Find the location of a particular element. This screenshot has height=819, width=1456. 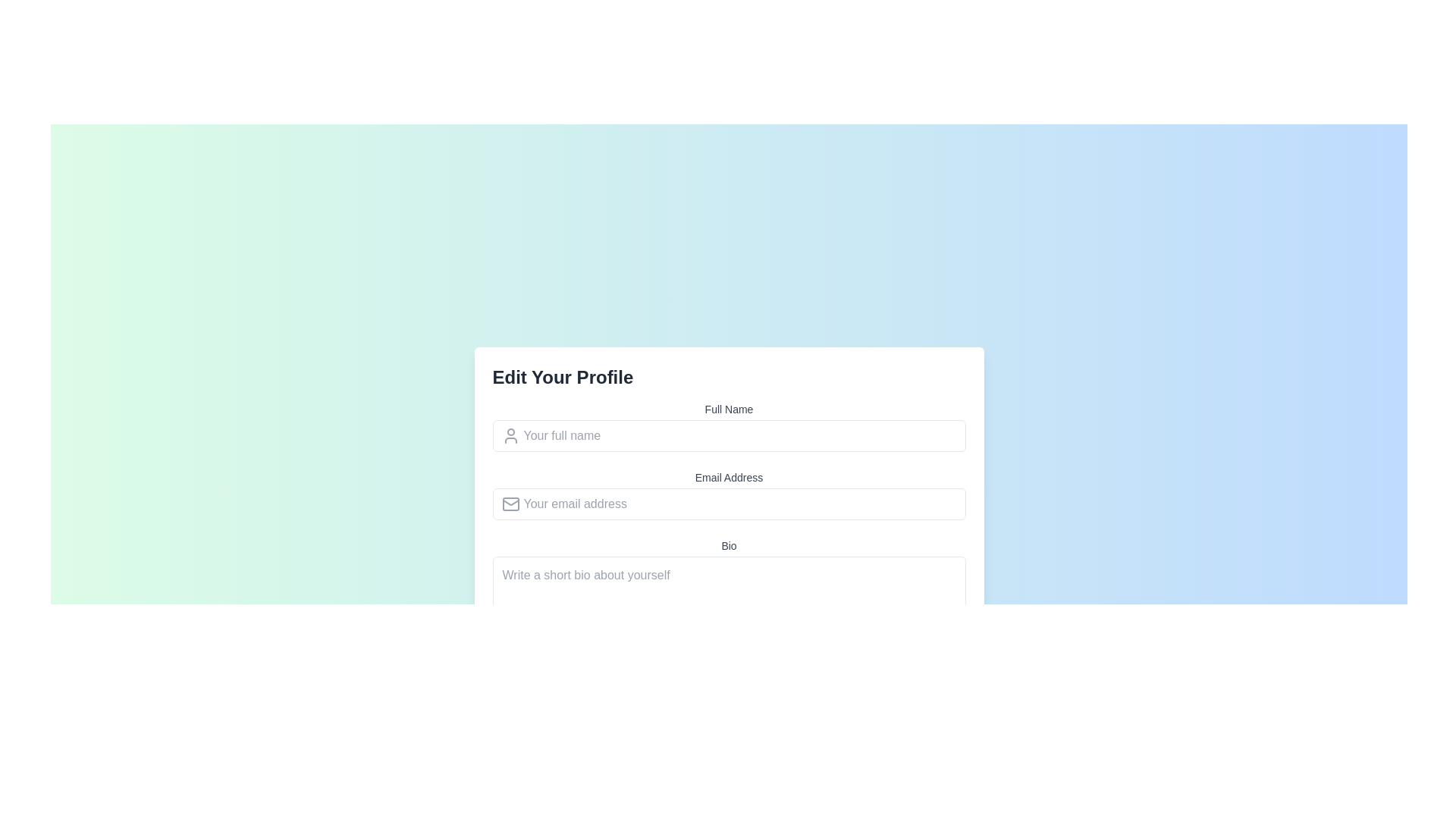

the static text header reading 'Edit Your Profile', which is a bold, large-sized heading at the top of the form section is located at coordinates (562, 376).